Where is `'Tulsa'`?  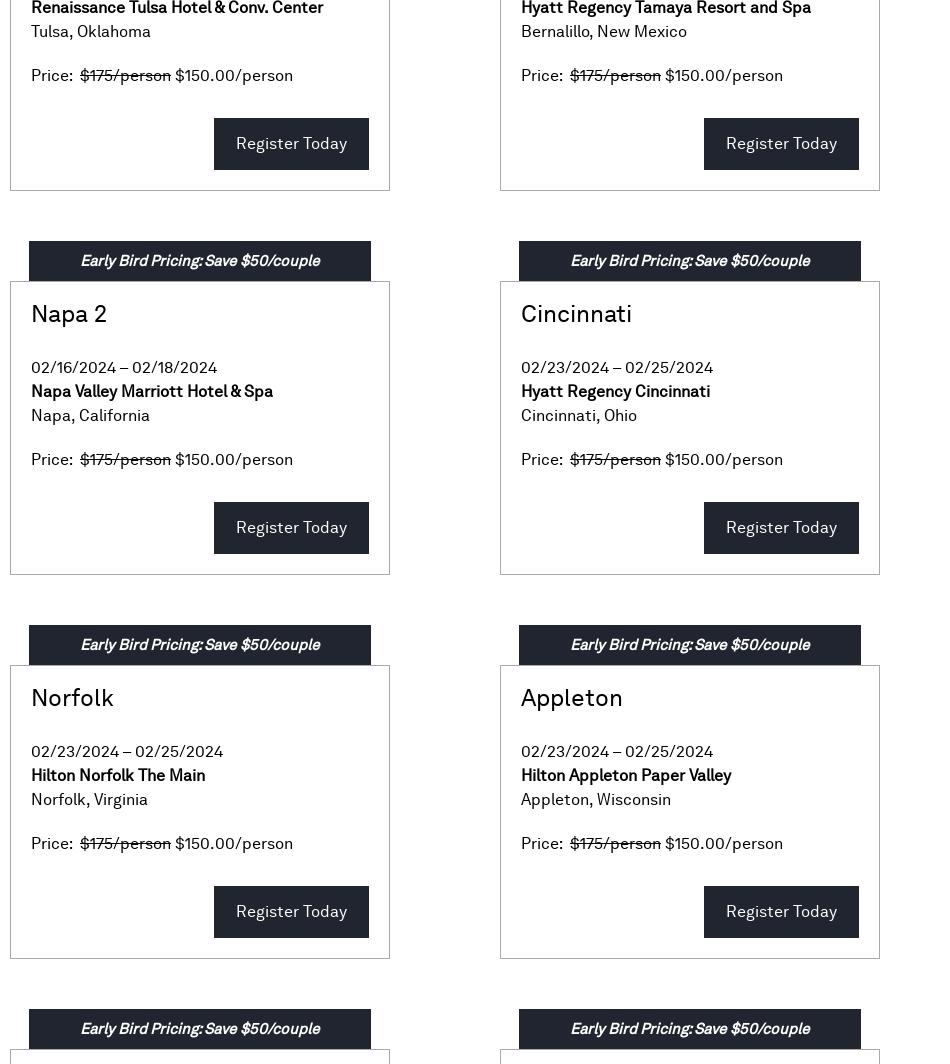
'Tulsa' is located at coordinates (49, 31).